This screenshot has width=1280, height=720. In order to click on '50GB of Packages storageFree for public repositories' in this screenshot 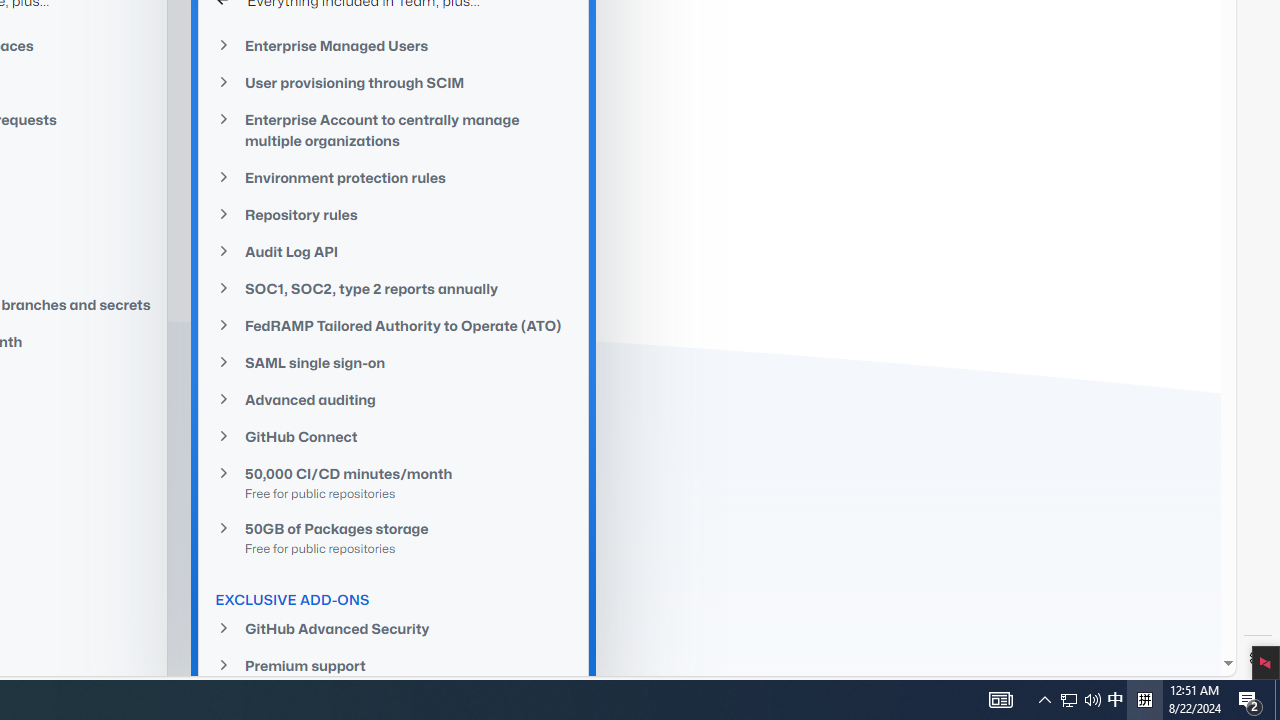, I will do `click(394, 536)`.